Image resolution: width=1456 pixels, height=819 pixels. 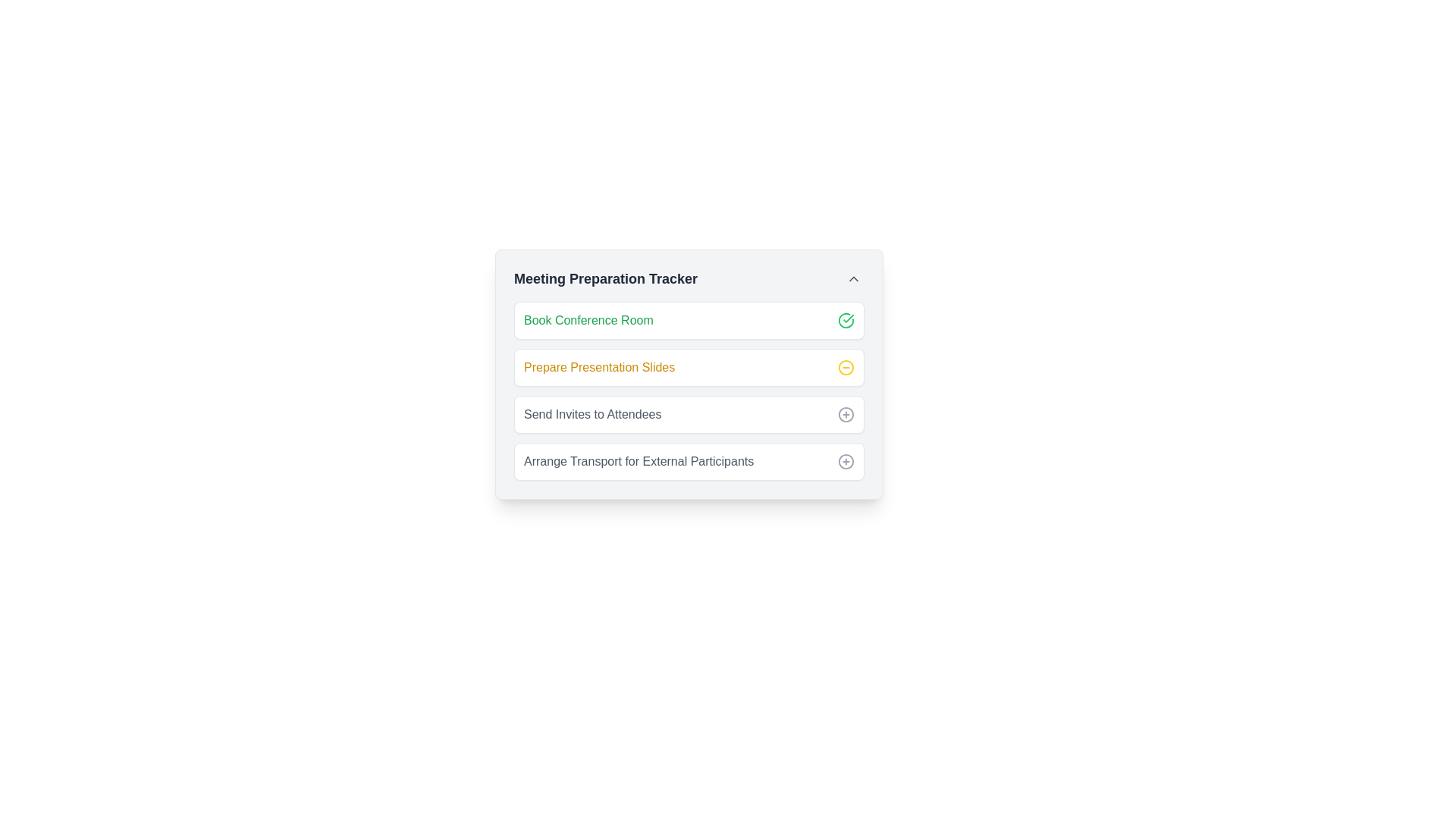 I want to click on circular plus icon element located in the fourth row of the list under 'Meeting Preparation Tracker', to the right of 'Arrange Transport for External Participants' using developer tools, so click(x=846, y=461).